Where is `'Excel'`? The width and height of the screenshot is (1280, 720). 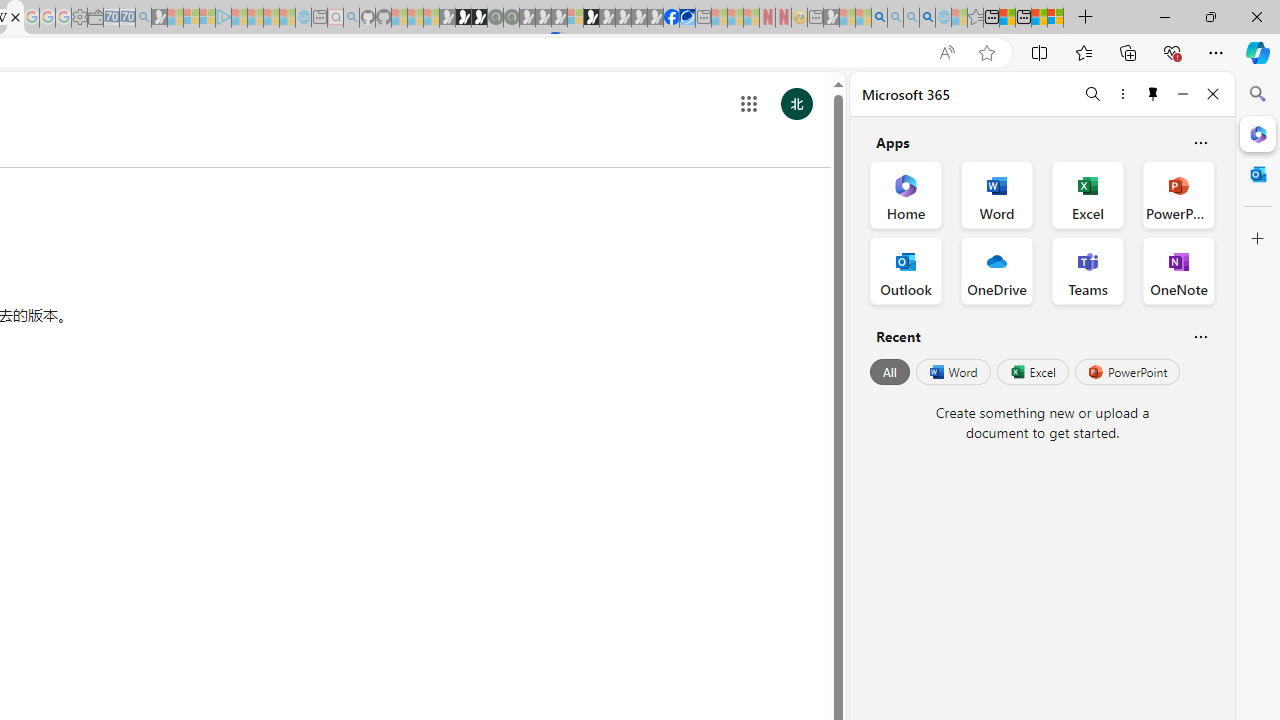
'Excel' is located at coordinates (1032, 372).